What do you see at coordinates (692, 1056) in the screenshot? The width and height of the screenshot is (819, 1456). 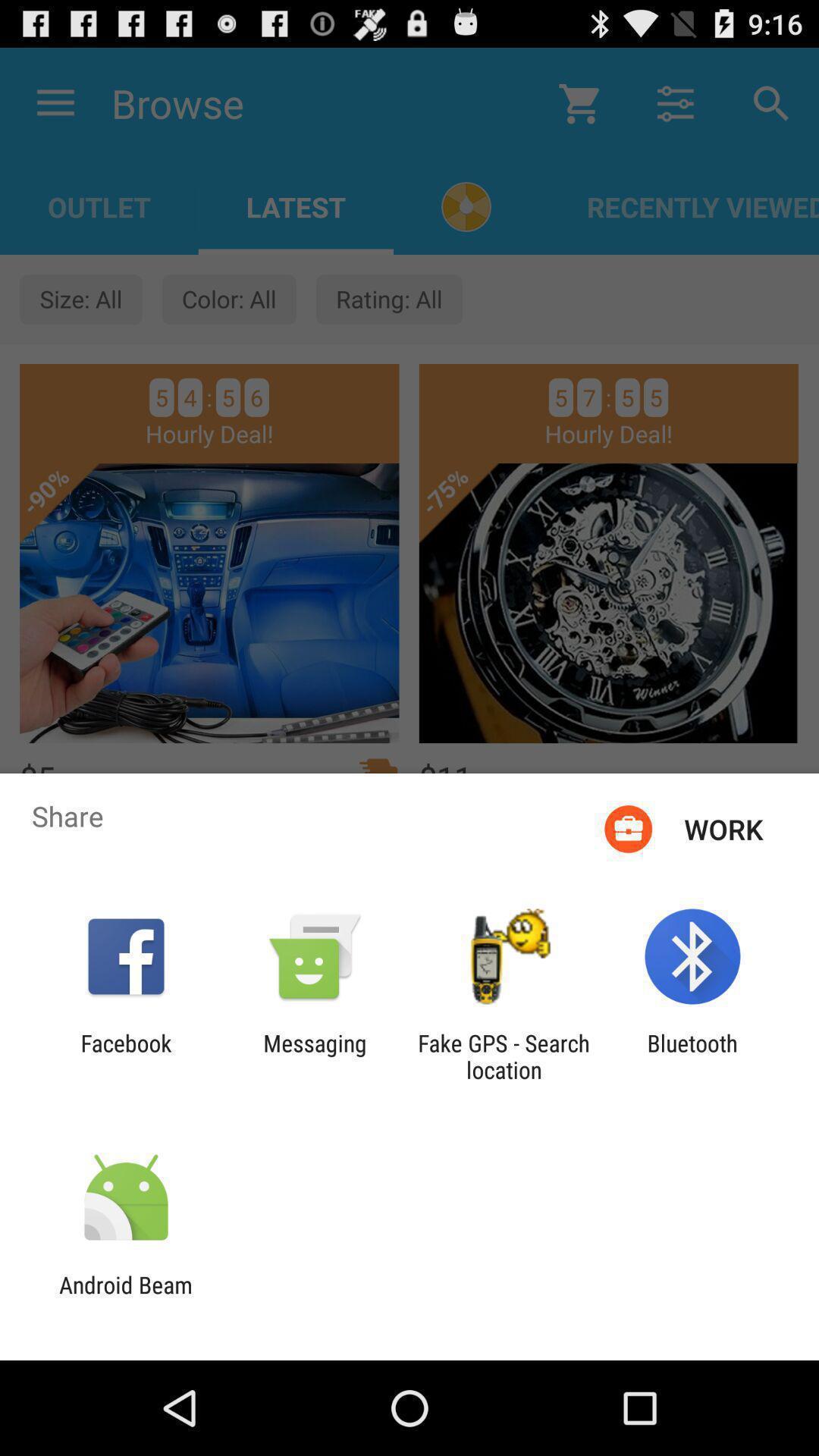 I see `the item at the bottom right corner` at bounding box center [692, 1056].